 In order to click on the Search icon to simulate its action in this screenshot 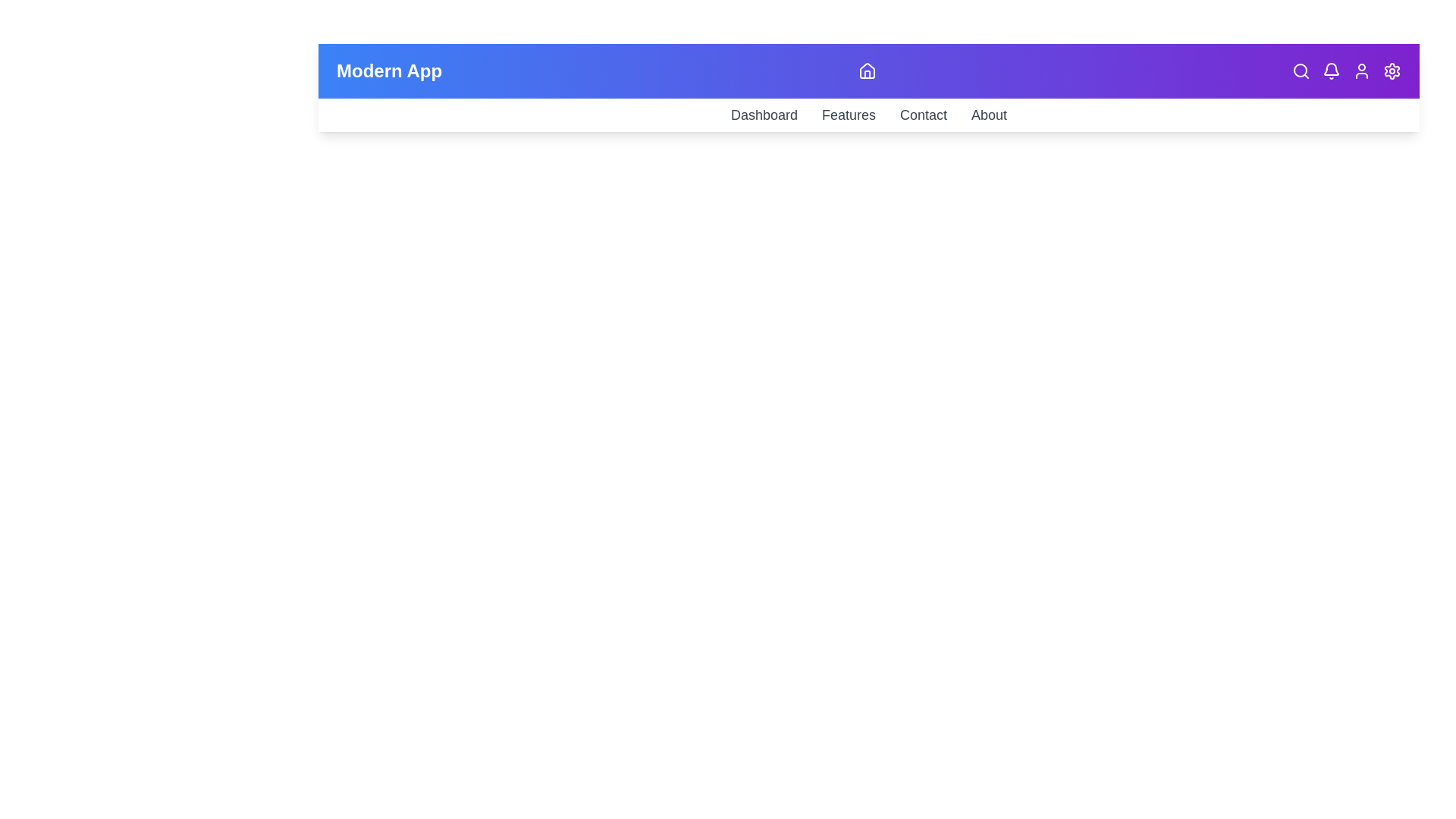, I will do `click(1301, 71)`.